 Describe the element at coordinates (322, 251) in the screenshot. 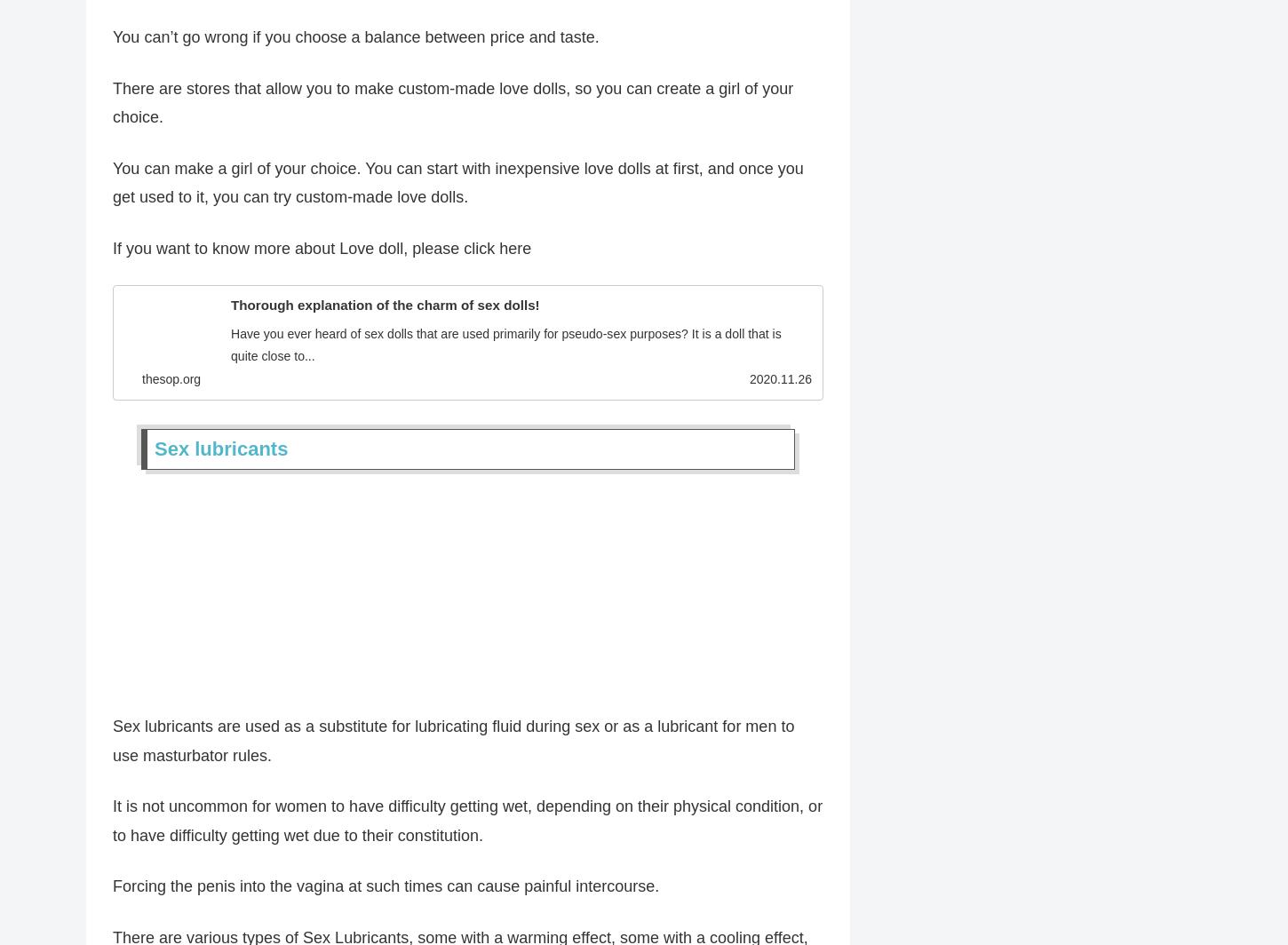

I see `'If you want to know more about Love doll, please click here'` at that location.